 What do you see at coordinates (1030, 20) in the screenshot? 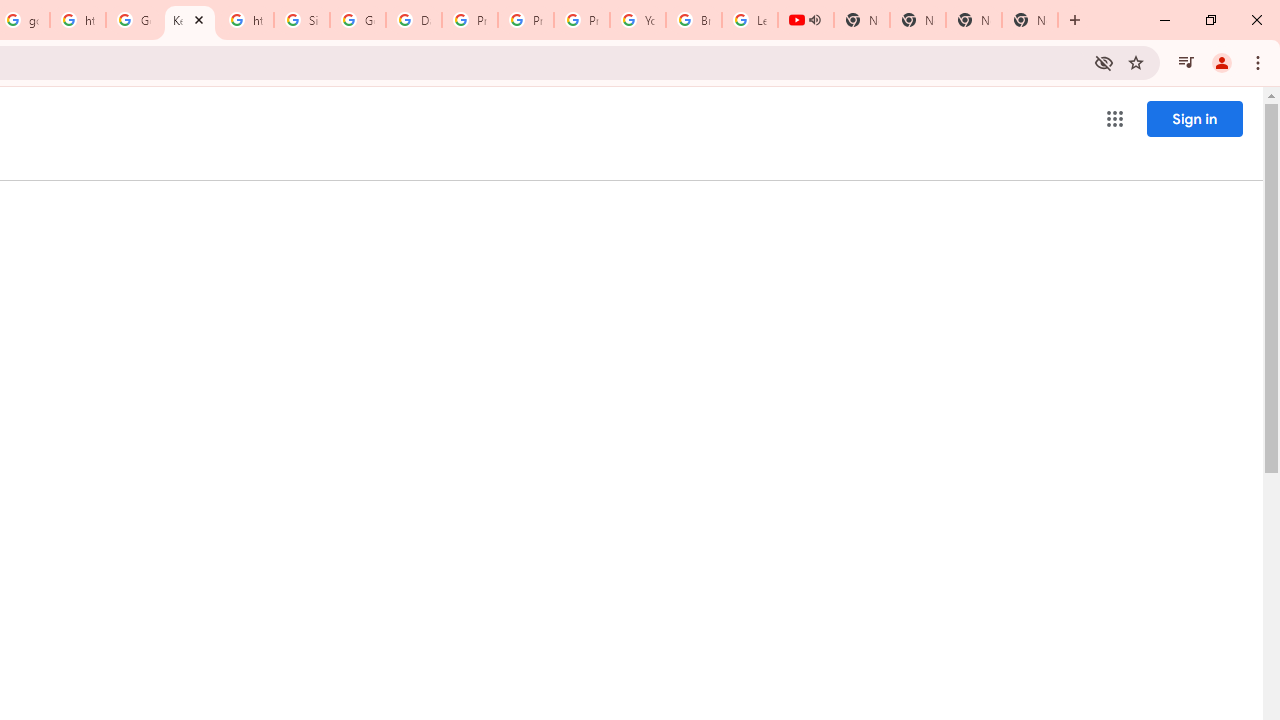
I see `'New Tab'` at bounding box center [1030, 20].